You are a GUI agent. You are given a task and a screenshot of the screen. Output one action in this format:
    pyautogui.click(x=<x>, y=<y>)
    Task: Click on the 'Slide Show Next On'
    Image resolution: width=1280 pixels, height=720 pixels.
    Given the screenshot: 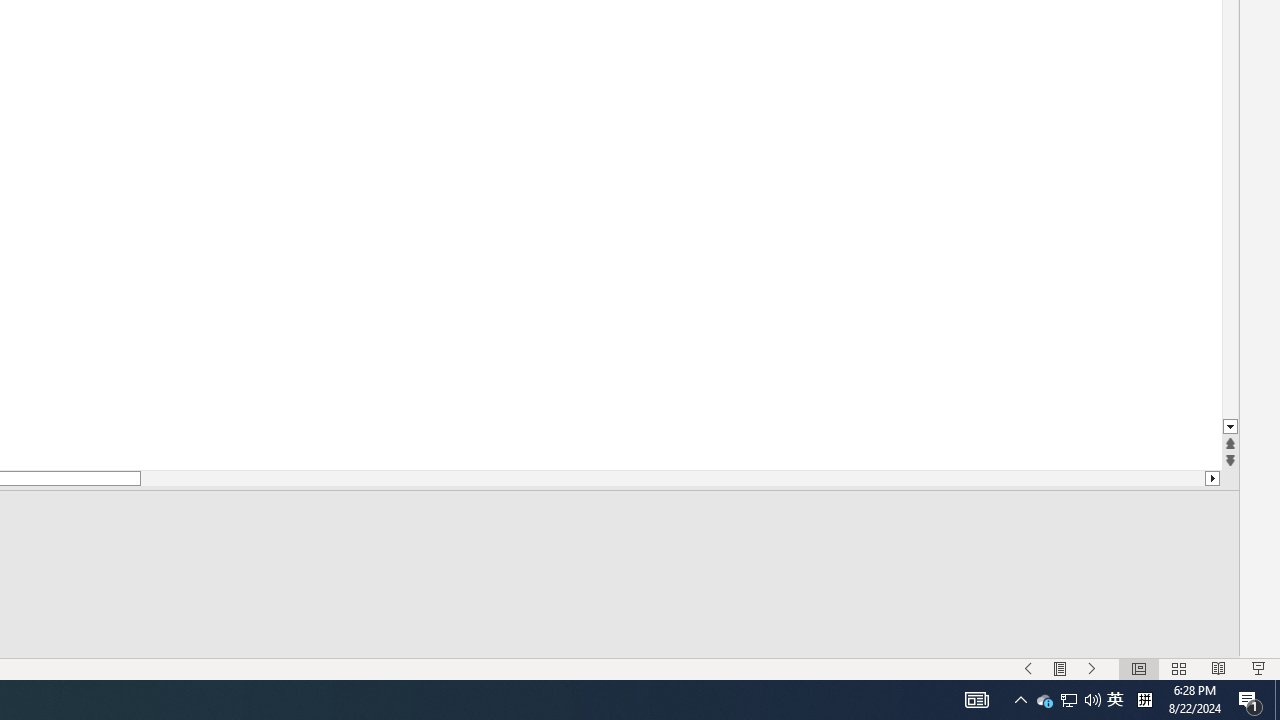 What is the action you would take?
    pyautogui.click(x=1091, y=669)
    